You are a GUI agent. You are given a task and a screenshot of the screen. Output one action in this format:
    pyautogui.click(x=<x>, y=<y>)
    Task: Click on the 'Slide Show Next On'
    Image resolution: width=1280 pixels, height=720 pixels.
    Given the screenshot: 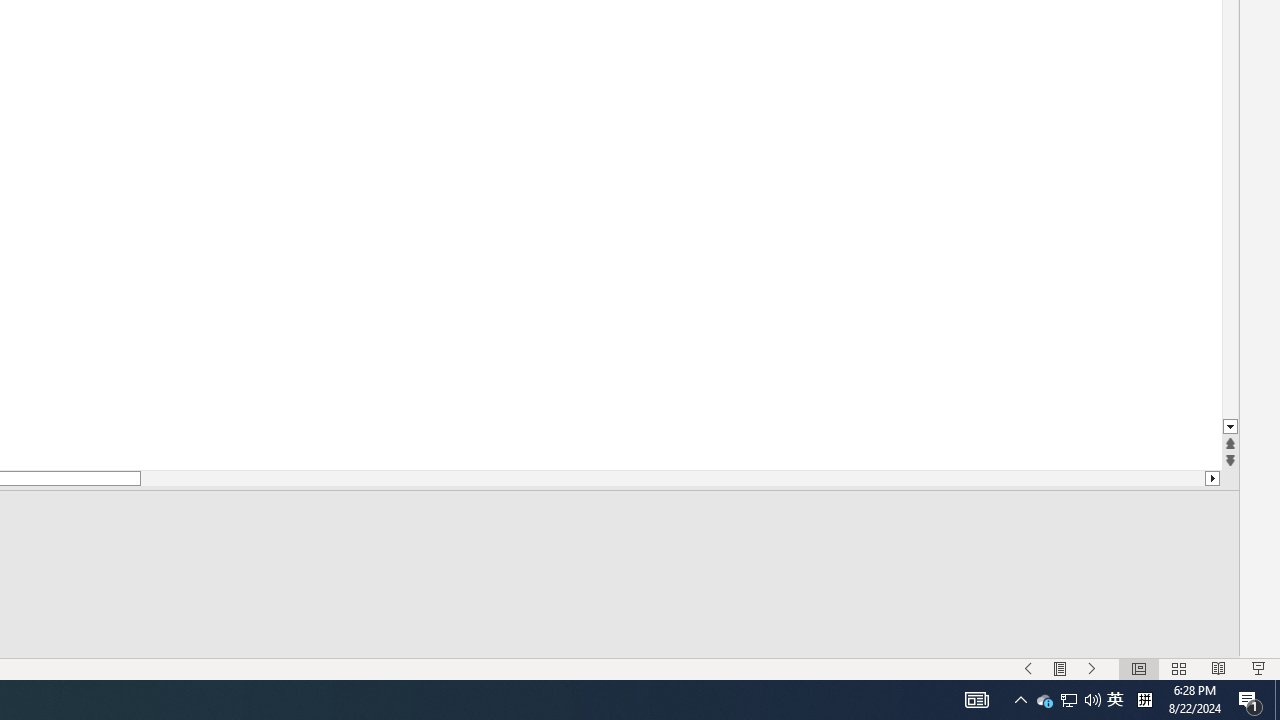 What is the action you would take?
    pyautogui.click(x=1091, y=669)
    